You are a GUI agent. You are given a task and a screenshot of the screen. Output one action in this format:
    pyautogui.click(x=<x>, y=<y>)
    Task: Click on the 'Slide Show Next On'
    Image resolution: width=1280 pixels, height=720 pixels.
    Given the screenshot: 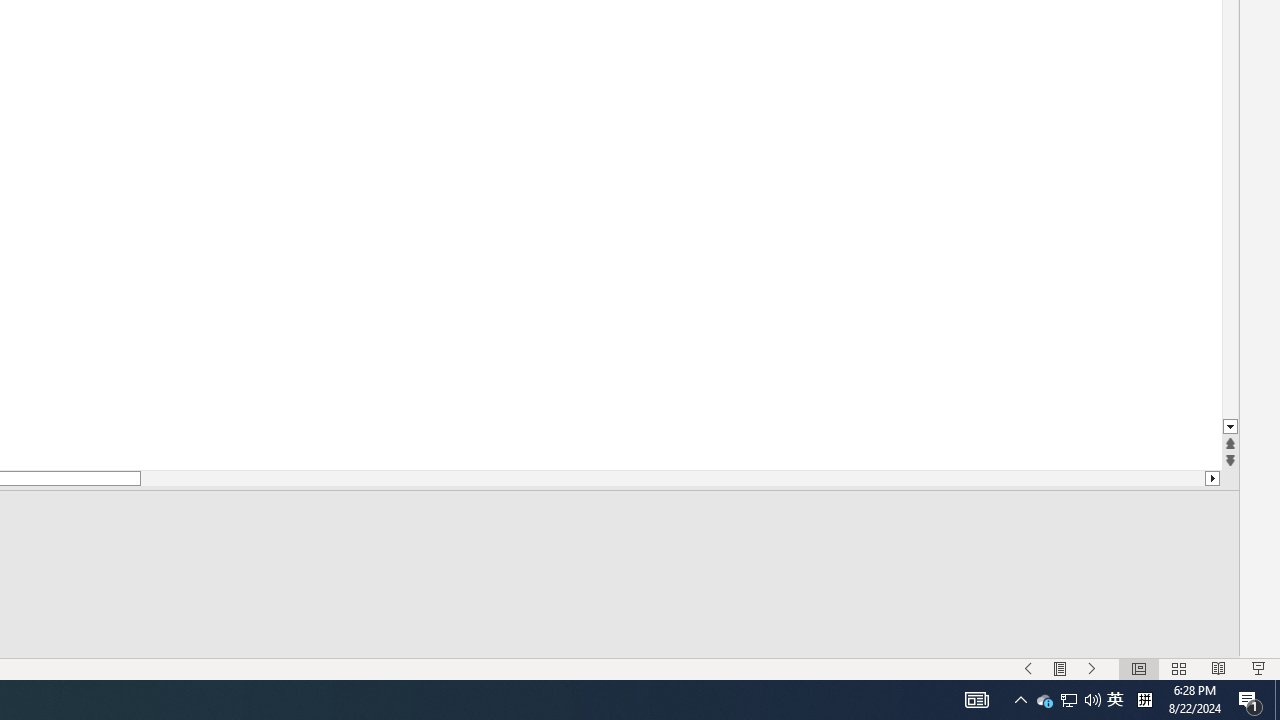 What is the action you would take?
    pyautogui.click(x=1091, y=669)
    